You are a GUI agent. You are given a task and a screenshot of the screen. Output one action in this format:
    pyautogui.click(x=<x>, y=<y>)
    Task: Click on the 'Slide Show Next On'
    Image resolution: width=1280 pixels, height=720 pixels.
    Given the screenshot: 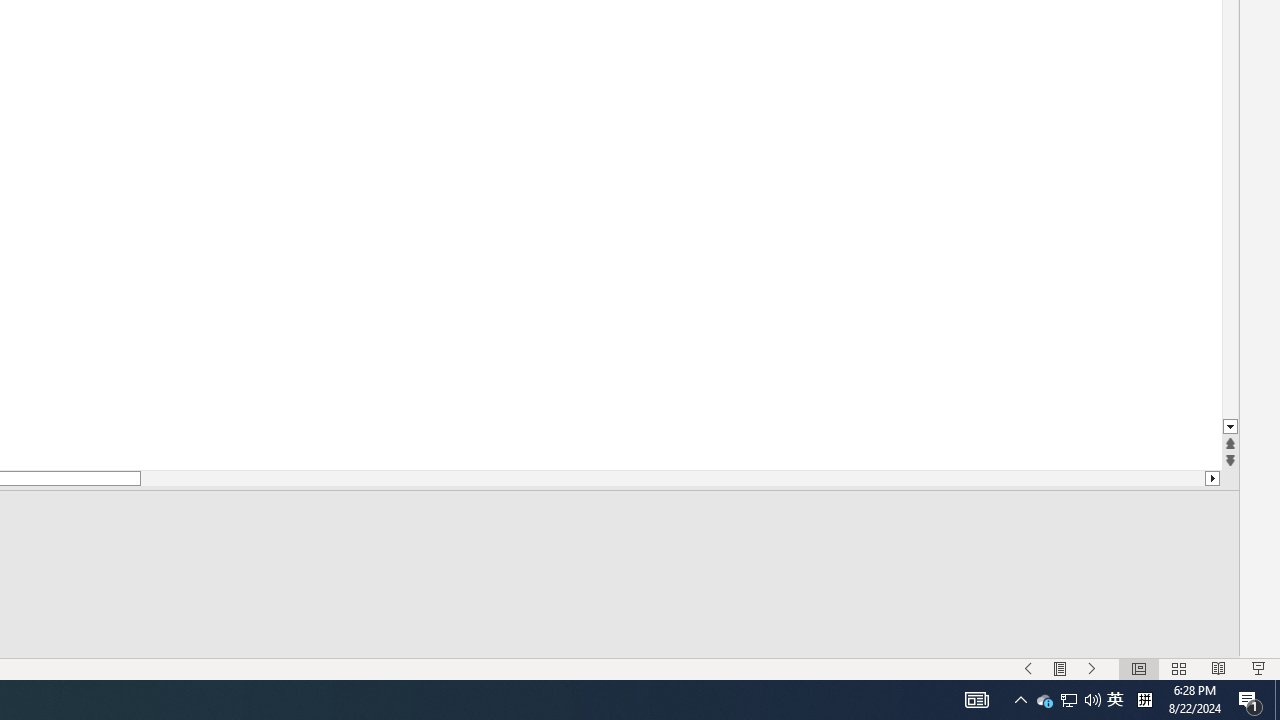 What is the action you would take?
    pyautogui.click(x=1091, y=669)
    